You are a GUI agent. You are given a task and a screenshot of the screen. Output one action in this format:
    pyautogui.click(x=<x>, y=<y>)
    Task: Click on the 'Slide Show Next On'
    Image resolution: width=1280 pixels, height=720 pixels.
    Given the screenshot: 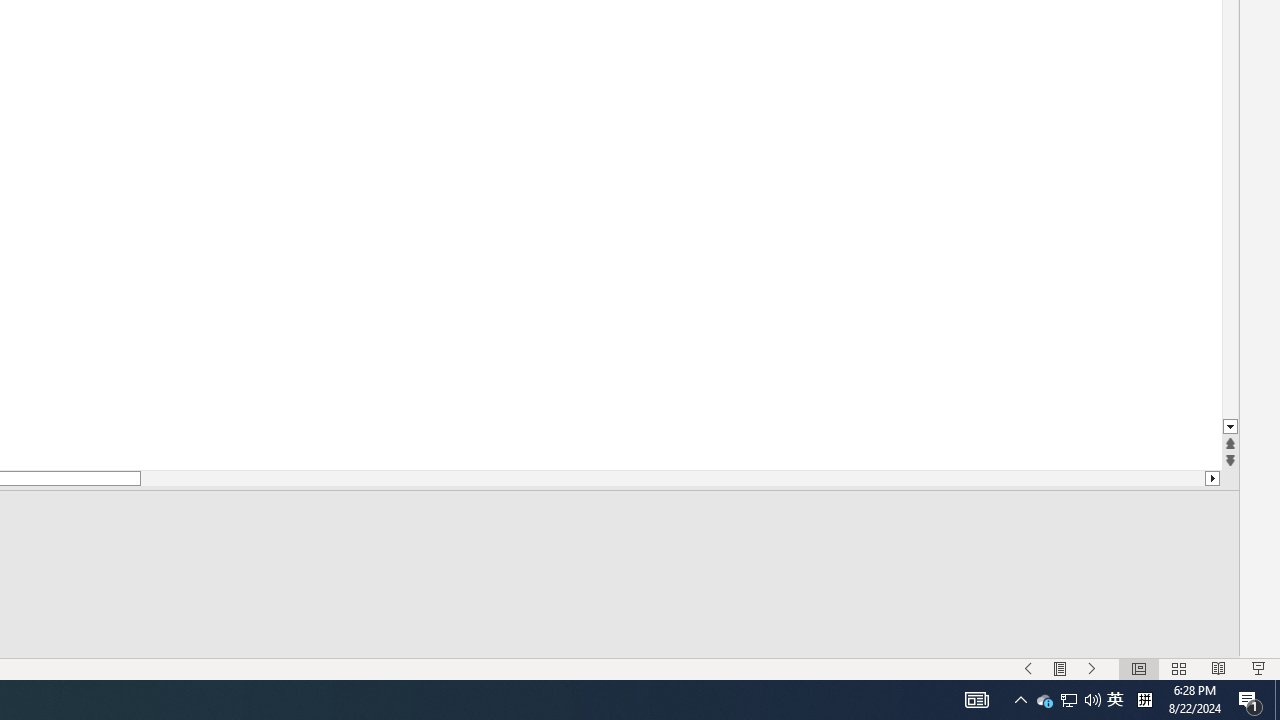 What is the action you would take?
    pyautogui.click(x=1091, y=669)
    